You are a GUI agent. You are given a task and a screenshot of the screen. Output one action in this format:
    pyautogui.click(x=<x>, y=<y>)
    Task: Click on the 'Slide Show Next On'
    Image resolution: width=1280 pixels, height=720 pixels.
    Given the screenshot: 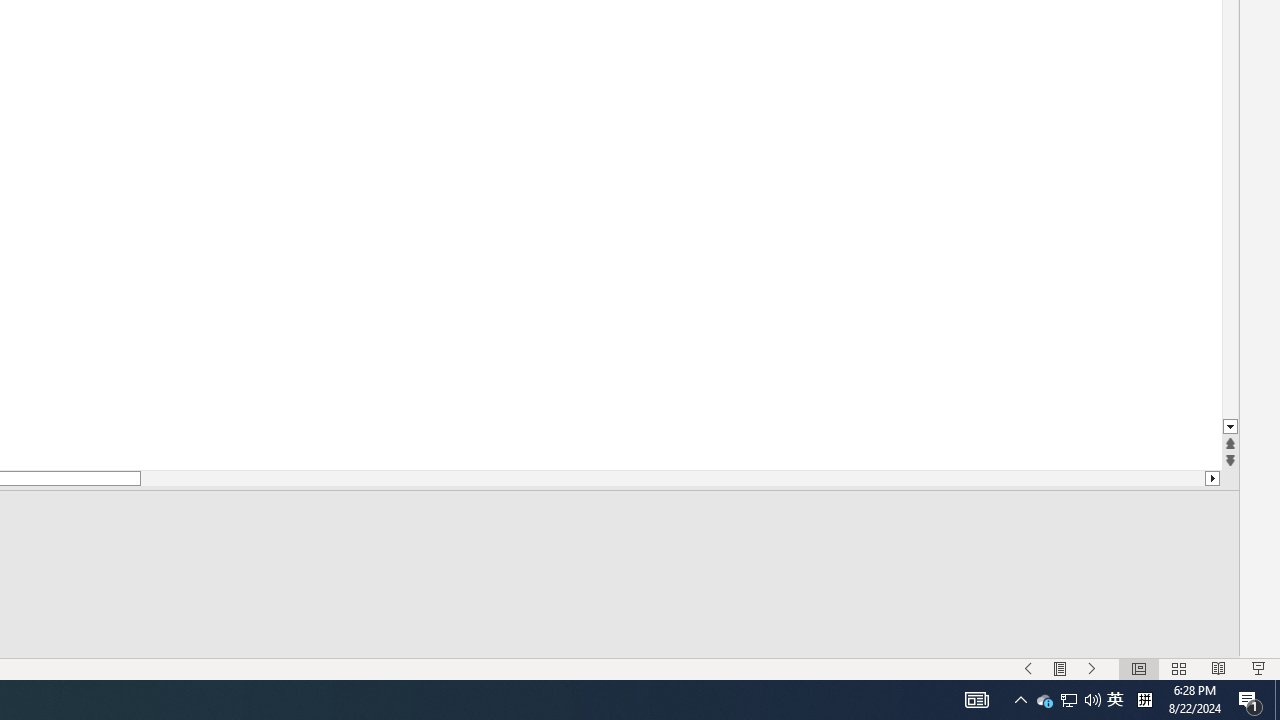 What is the action you would take?
    pyautogui.click(x=1091, y=669)
    